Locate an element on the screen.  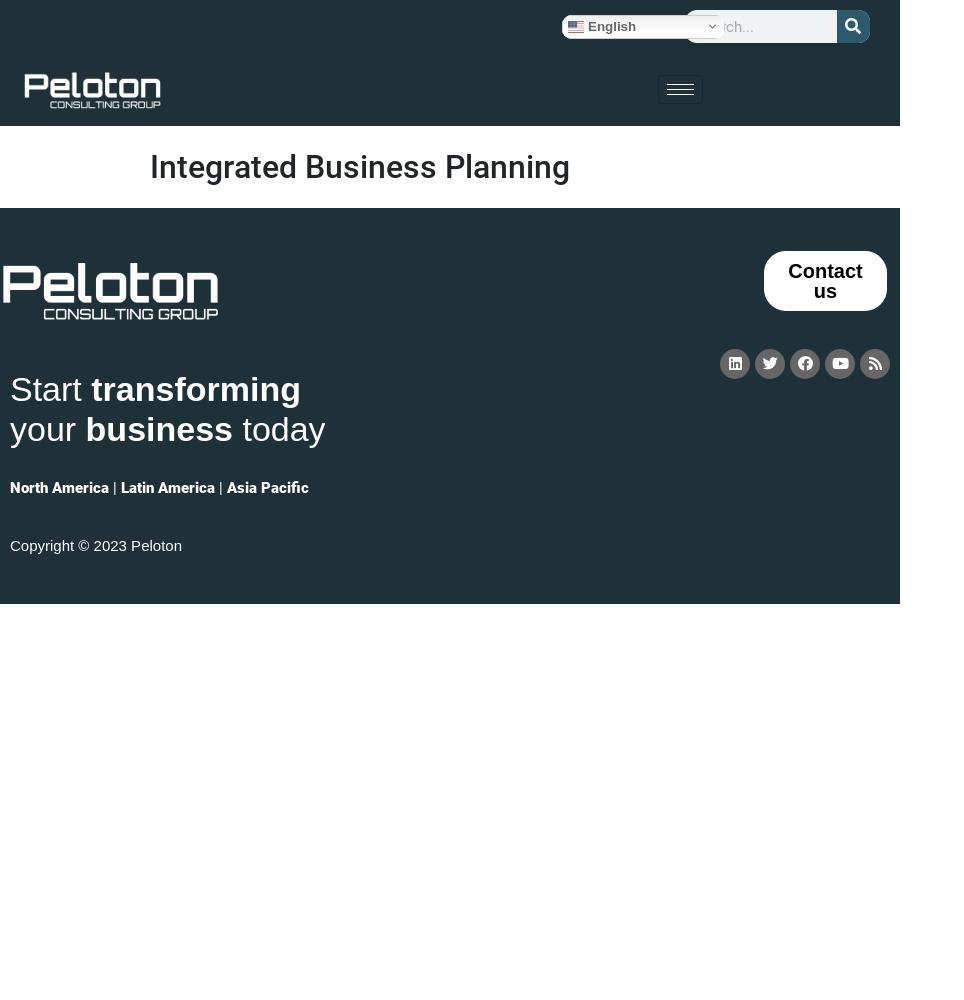
'Integrated Business Planning' is located at coordinates (358, 166).